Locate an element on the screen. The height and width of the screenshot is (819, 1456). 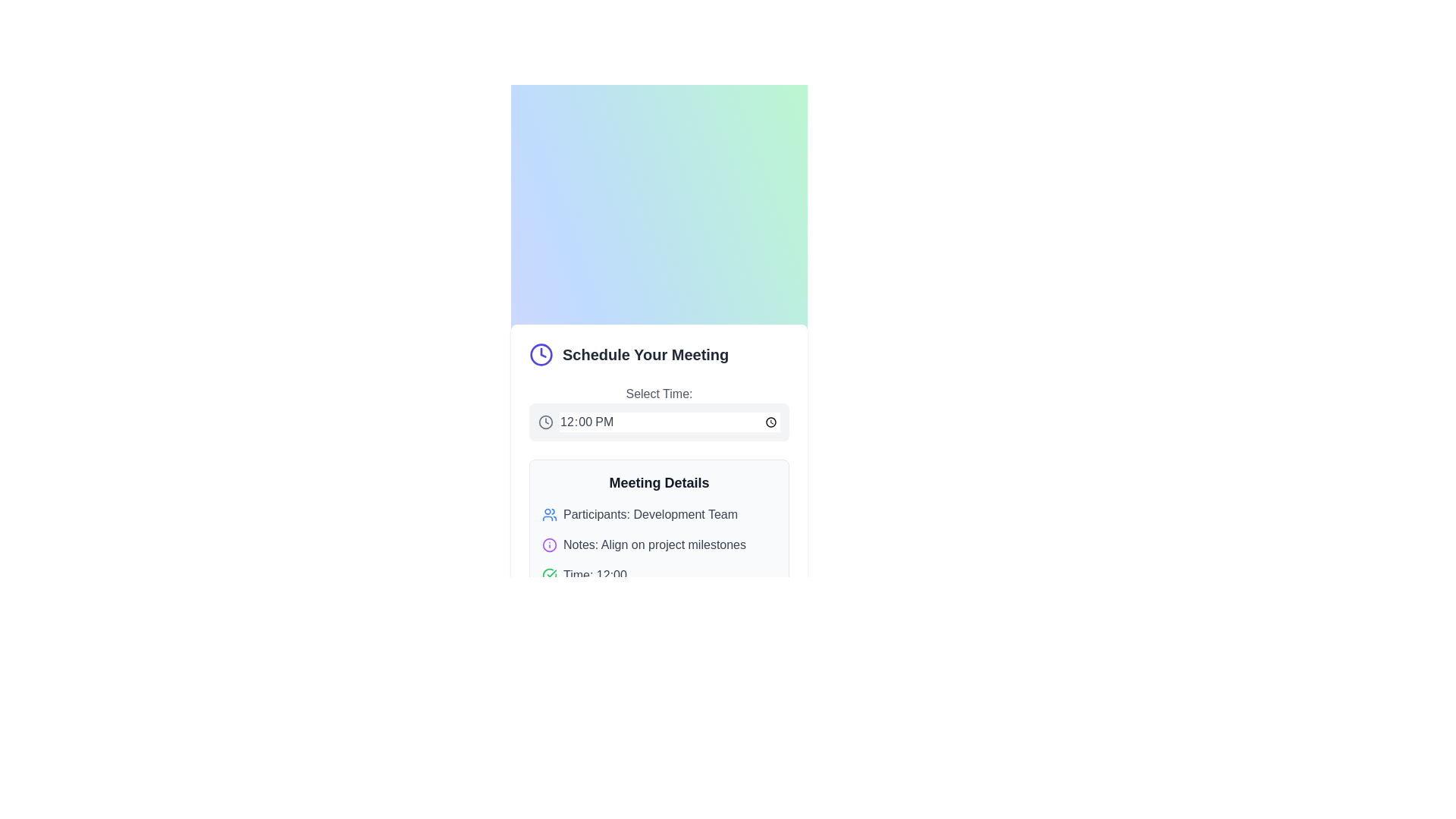
the clock hands component of the clock icon located to the left of the 'Schedule Your Meeting' text in the header section is located at coordinates (543, 353).